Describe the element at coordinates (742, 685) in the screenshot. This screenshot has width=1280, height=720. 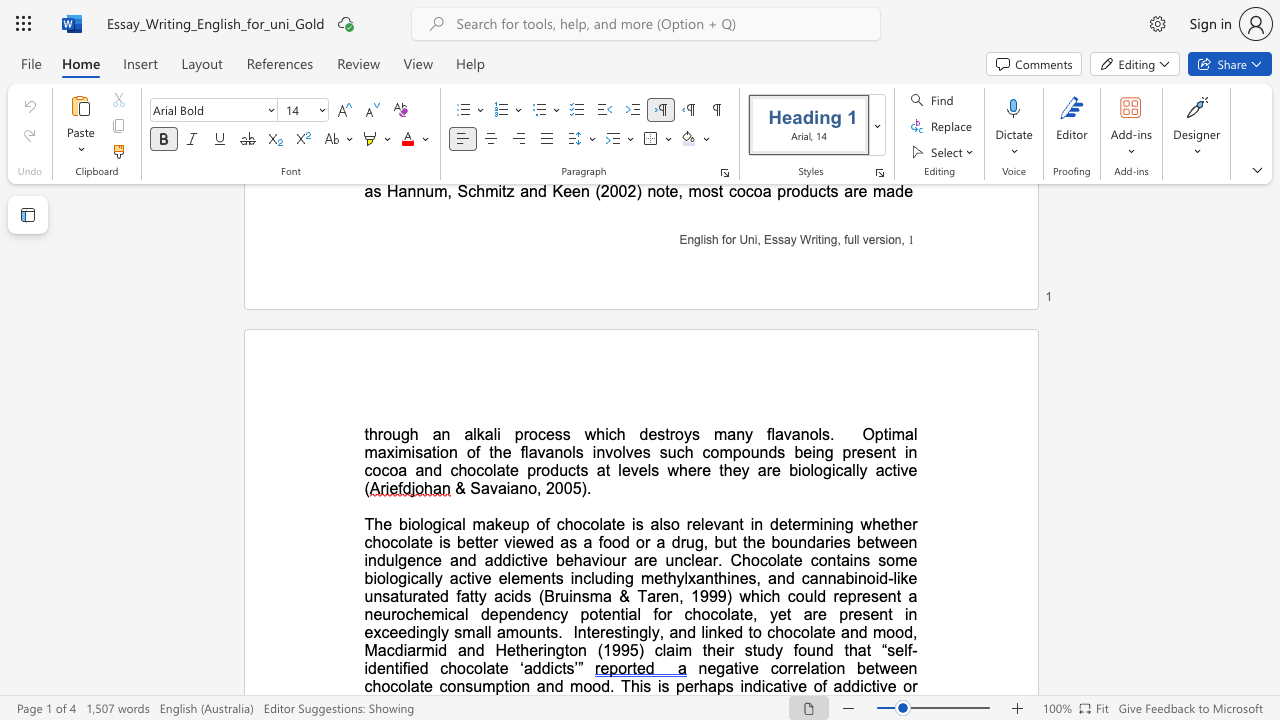
I see `the subset text "ndic" within the text "perhaps indicative"` at that location.